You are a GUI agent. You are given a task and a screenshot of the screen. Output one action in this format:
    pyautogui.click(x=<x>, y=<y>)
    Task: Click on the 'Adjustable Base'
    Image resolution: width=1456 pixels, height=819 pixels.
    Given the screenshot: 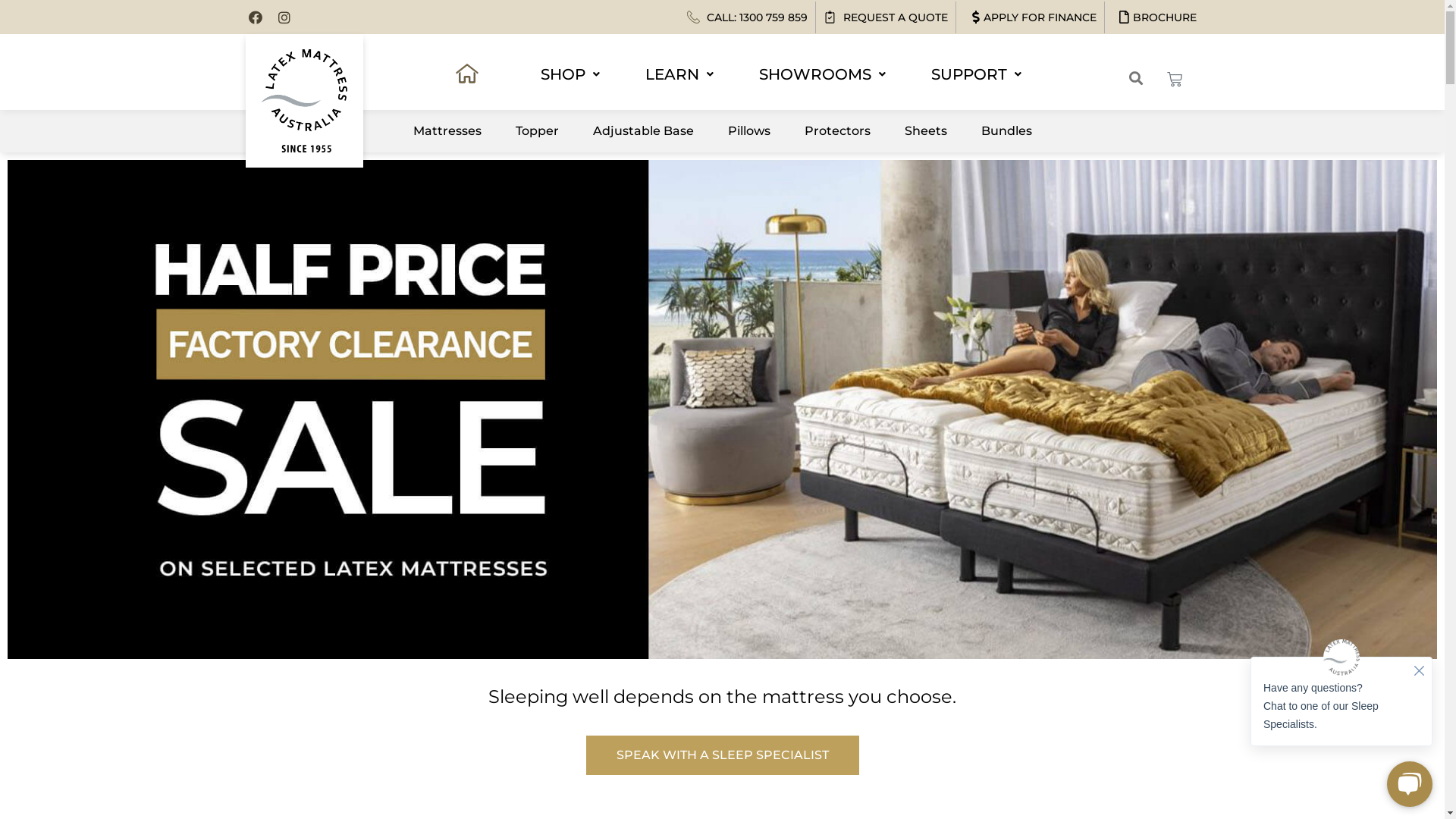 What is the action you would take?
    pyautogui.click(x=642, y=130)
    